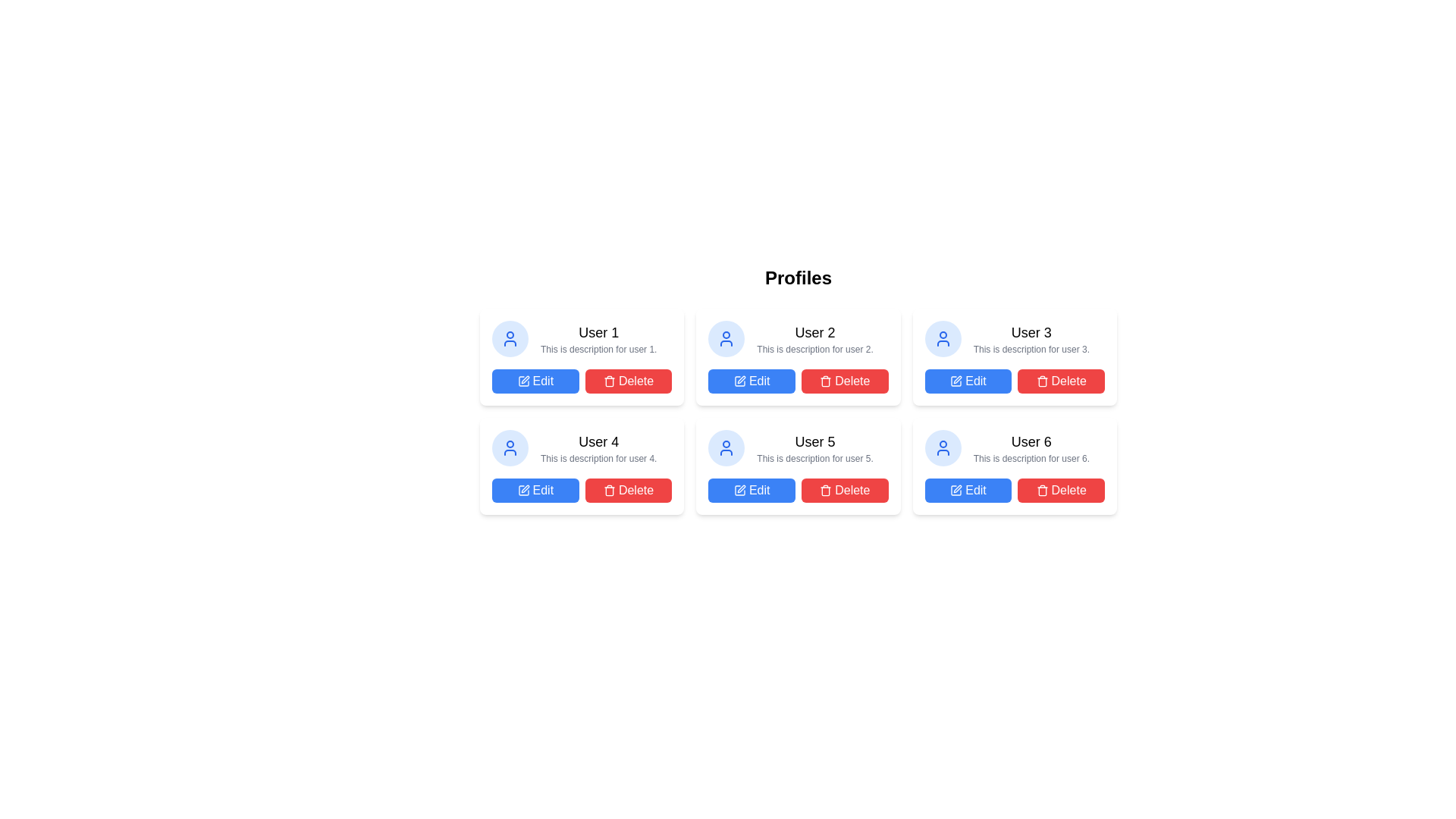 Image resolution: width=1456 pixels, height=819 pixels. What do you see at coordinates (523, 380) in the screenshot?
I see `the decorative icon of the 'Edit' button for 'User 5' located at the center-bottom of the grid layout` at bounding box center [523, 380].